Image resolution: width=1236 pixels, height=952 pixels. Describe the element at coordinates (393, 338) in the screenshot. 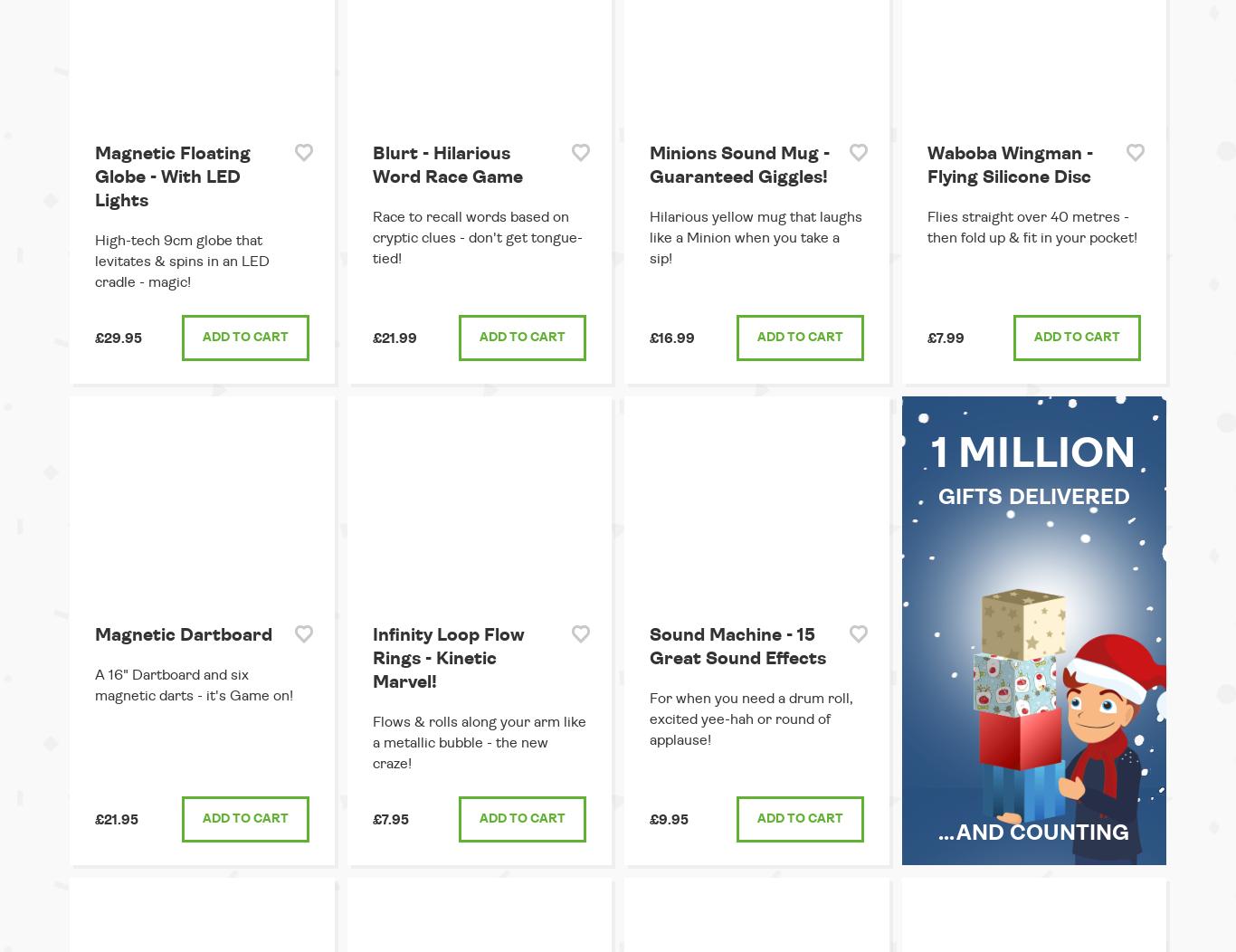

I see `'£21.99'` at that location.